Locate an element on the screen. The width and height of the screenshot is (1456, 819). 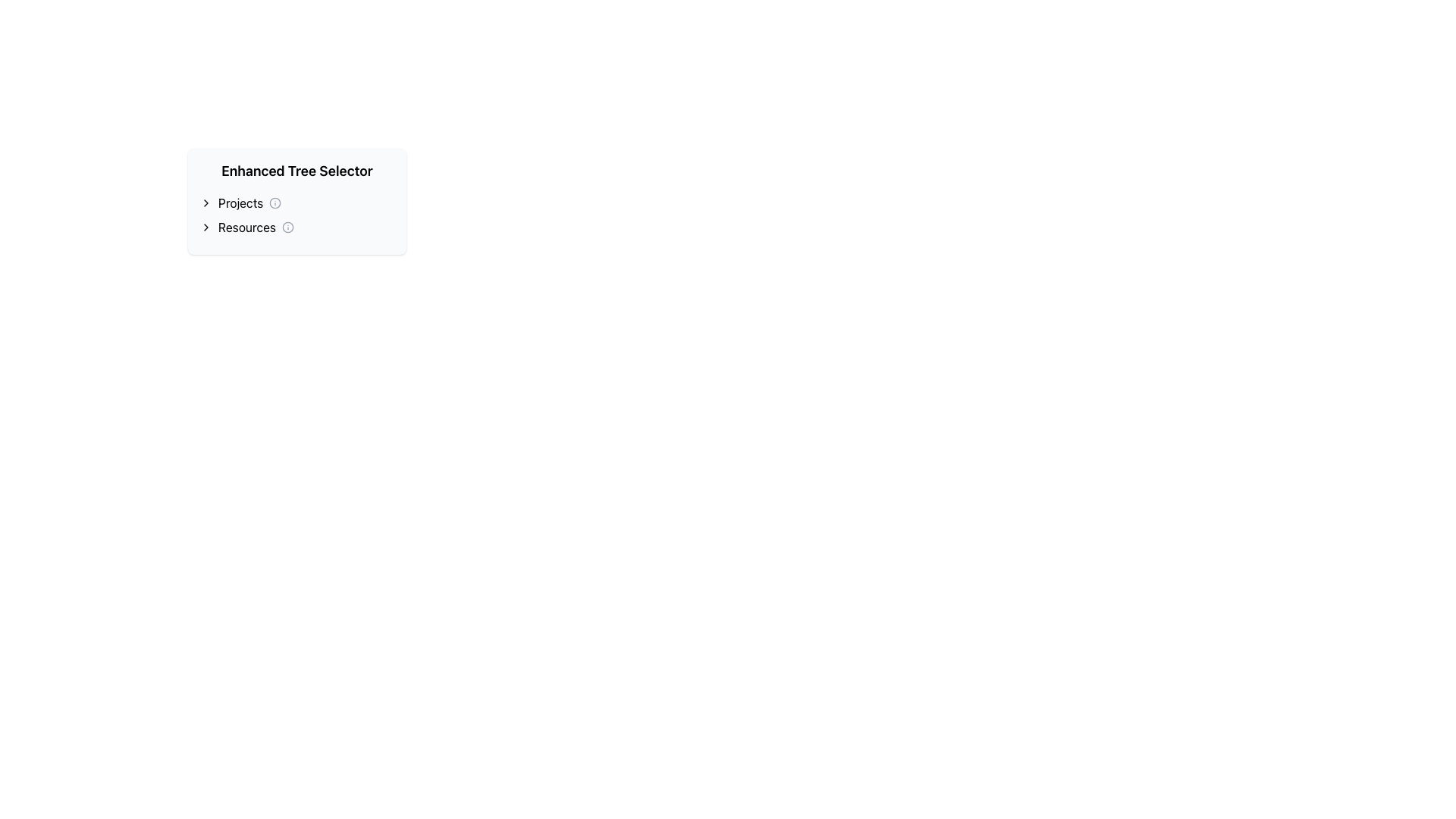
the text element that serves as a label or identifier for a section, located below the 'Projects' option and to the left-center of the interface is located at coordinates (247, 227).